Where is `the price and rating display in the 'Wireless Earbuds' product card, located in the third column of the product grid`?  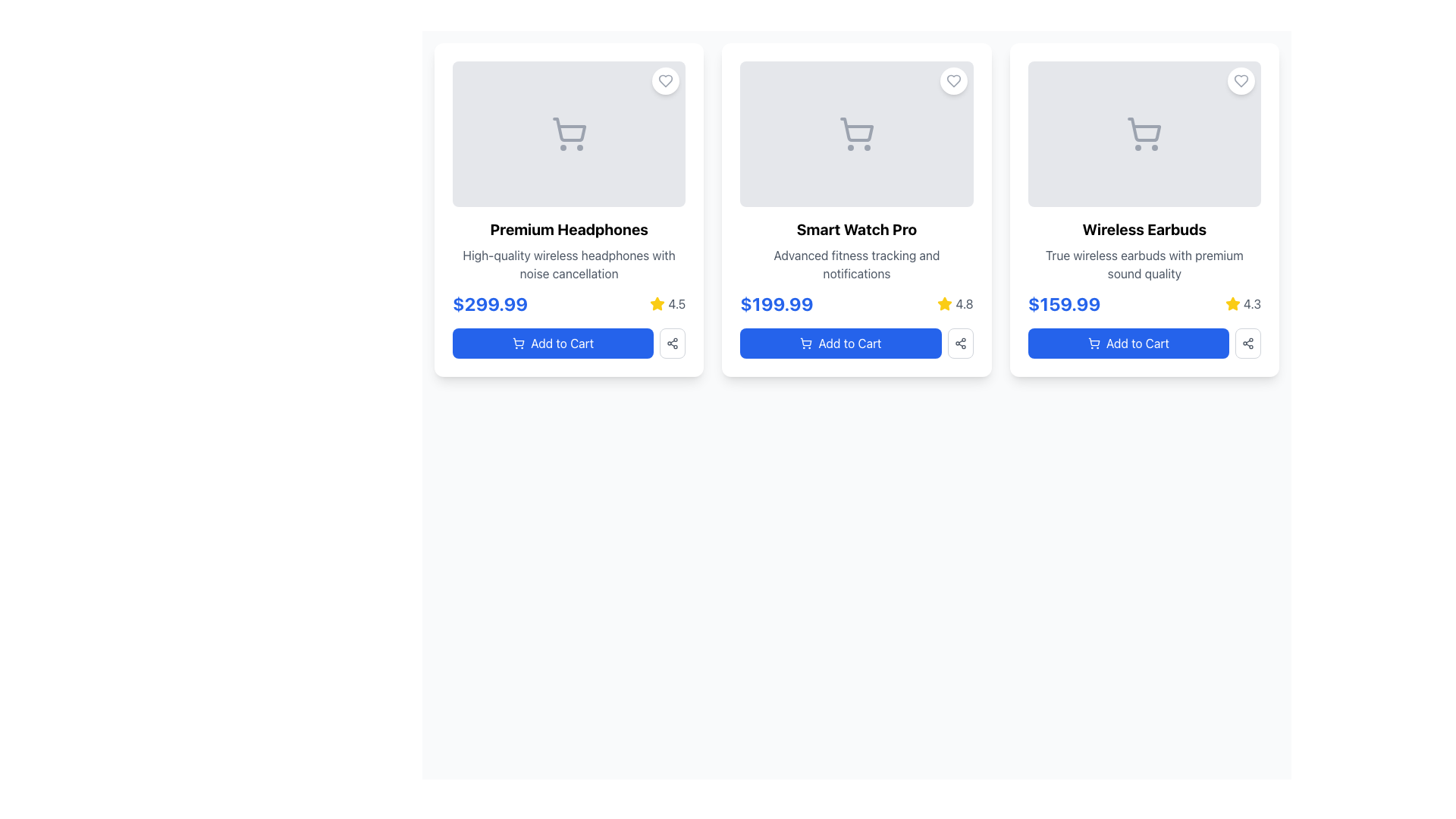
the price and rating display in the 'Wireless Earbuds' product card, located in the third column of the product grid is located at coordinates (1144, 304).